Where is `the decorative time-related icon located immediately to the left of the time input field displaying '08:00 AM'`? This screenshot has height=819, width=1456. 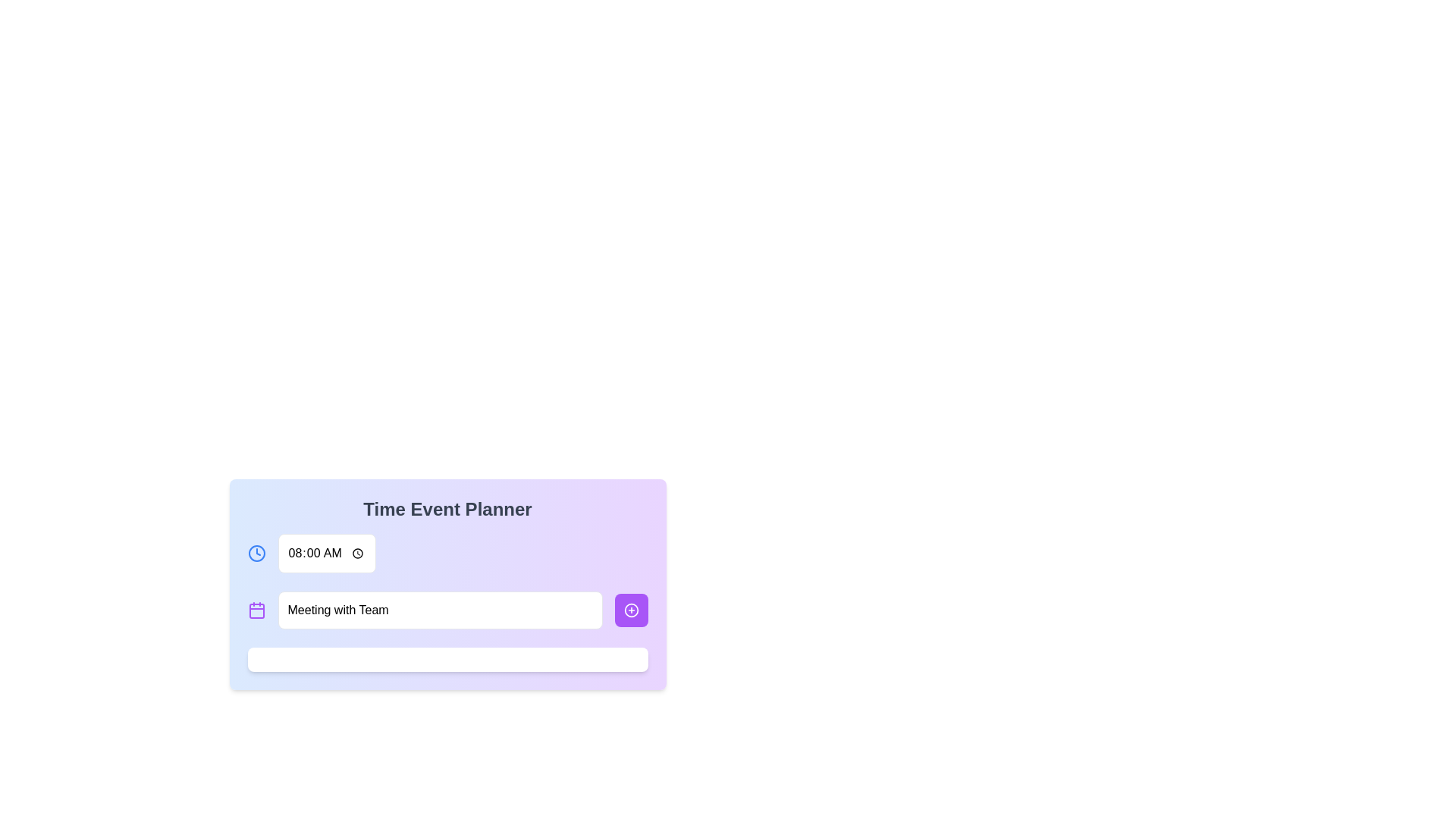
the decorative time-related icon located immediately to the left of the time input field displaying '08:00 AM' is located at coordinates (256, 553).